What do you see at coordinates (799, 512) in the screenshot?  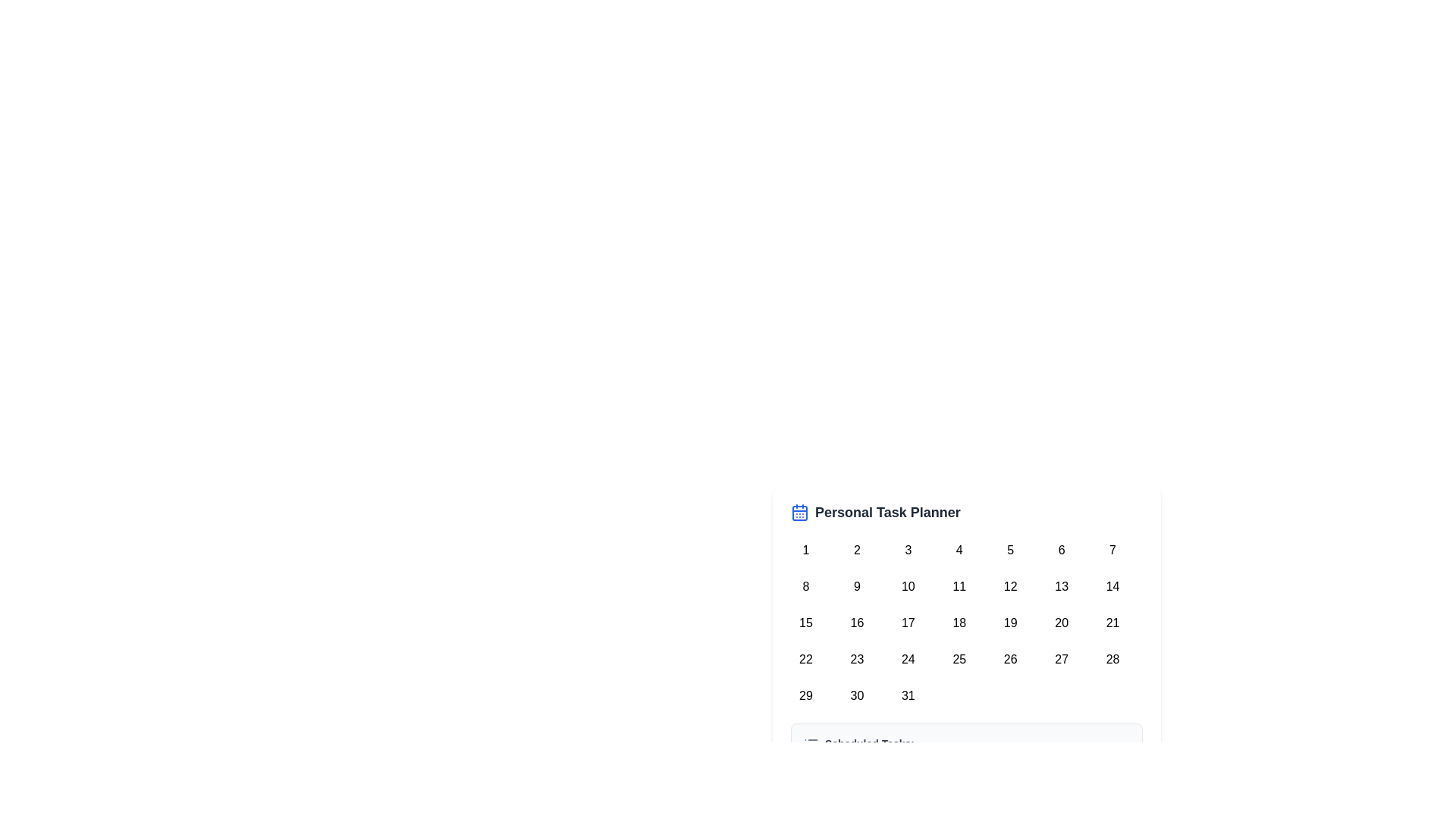 I see `the calendar icon located to the left of the 'Personal Task Planner' title at the top of the calendar display` at bounding box center [799, 512].